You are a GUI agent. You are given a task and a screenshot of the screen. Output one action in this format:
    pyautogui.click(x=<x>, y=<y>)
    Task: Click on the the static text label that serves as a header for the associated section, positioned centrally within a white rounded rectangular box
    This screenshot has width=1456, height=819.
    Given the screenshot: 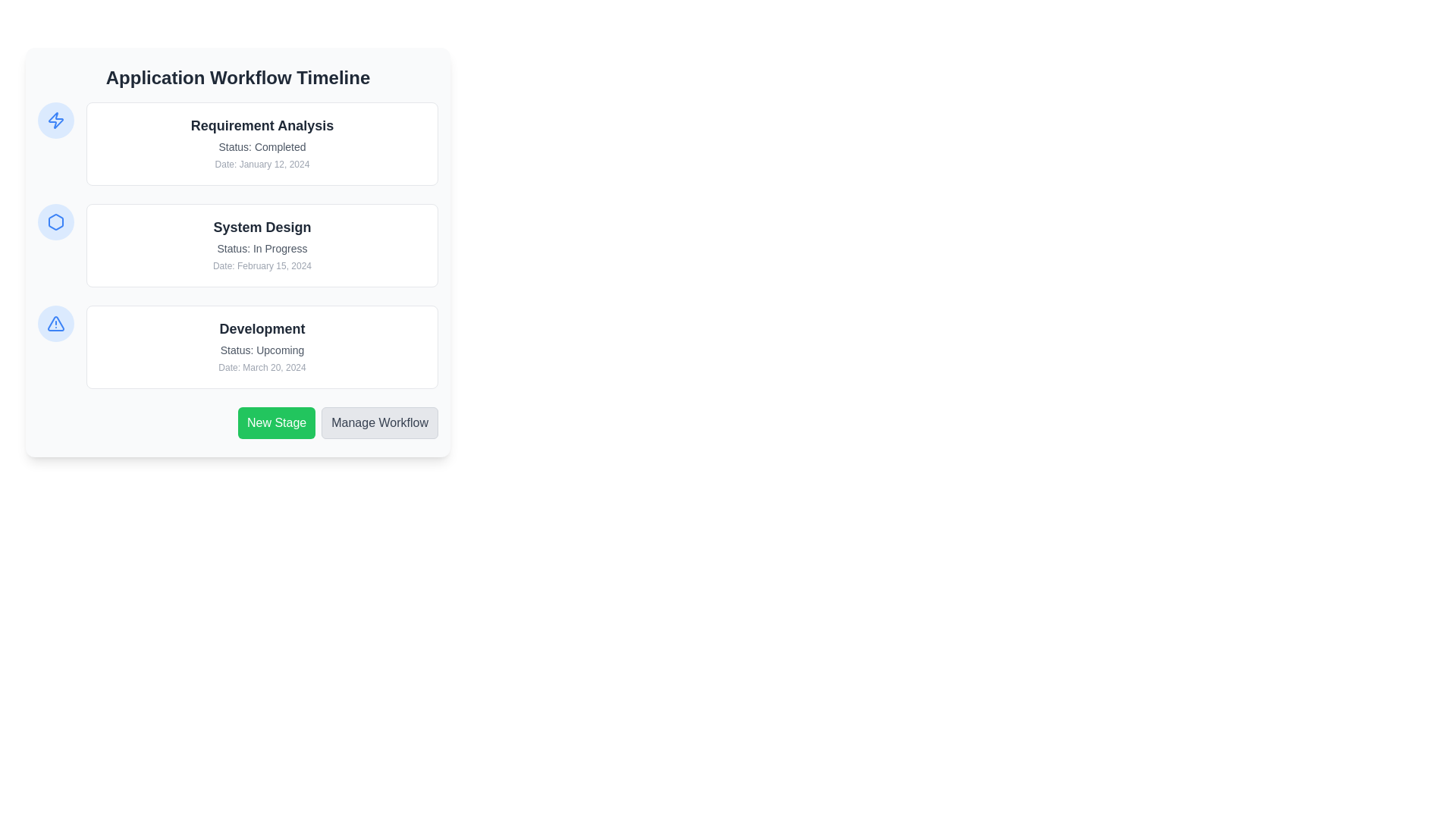 What is the action you would take?
    pyautogui.click(x=262, y=328)
    